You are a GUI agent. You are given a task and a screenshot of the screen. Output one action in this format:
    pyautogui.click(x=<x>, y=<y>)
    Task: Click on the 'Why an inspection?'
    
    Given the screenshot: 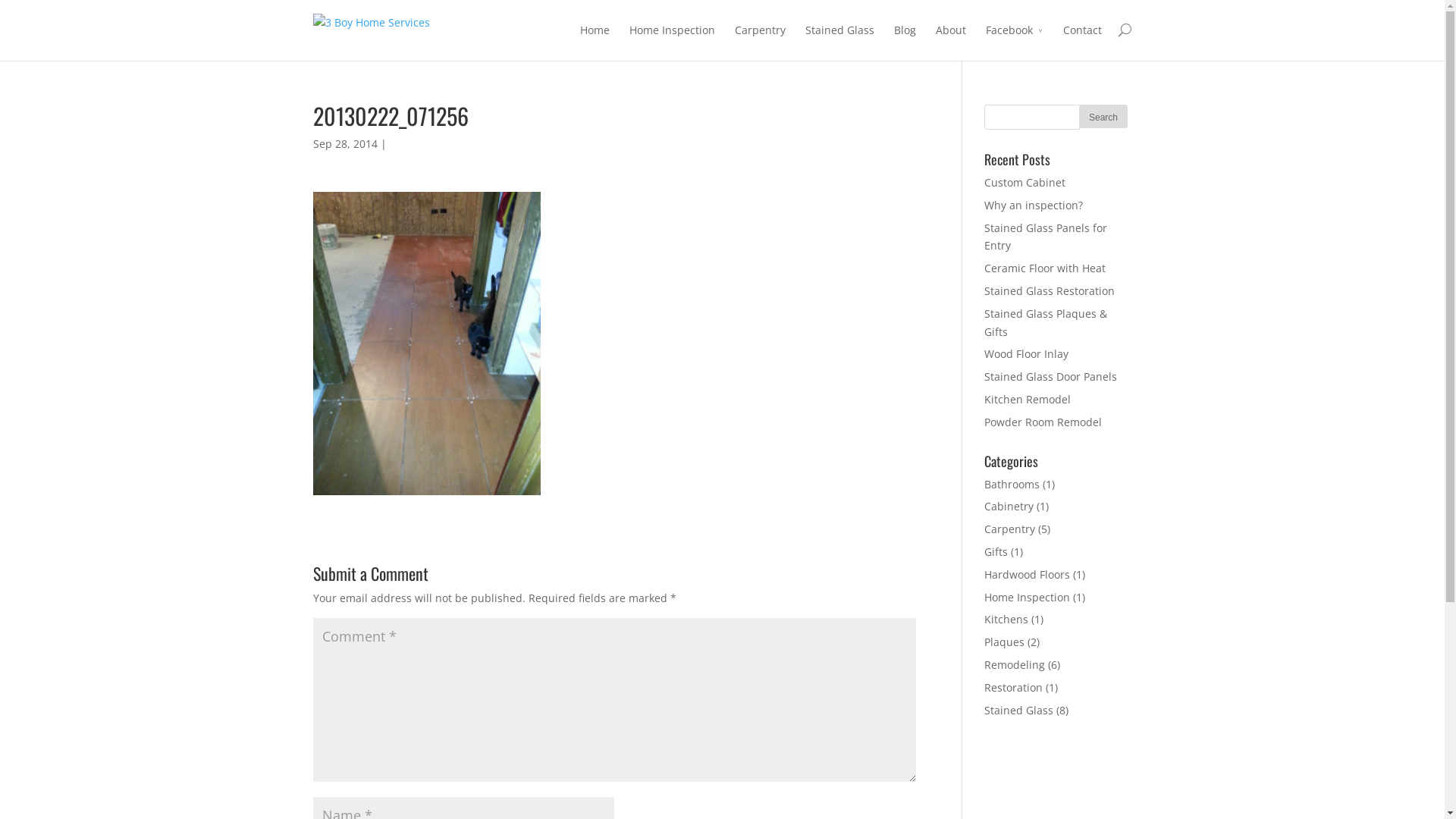 What is the action you would take?
    pyautogui.click(x=1033, y=205)
    